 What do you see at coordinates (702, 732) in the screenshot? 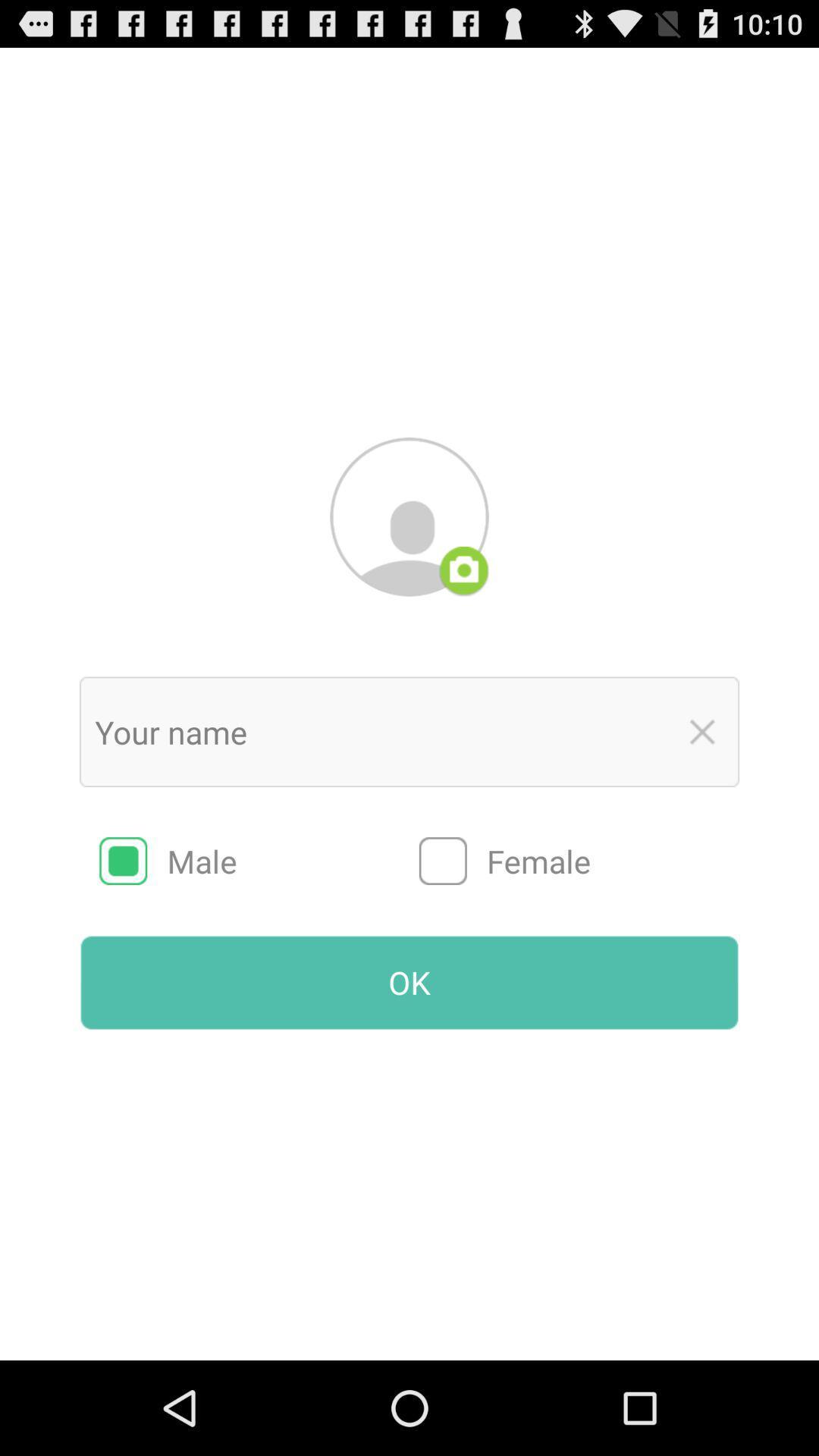
I see `text box` at bounding box center [702, 732].